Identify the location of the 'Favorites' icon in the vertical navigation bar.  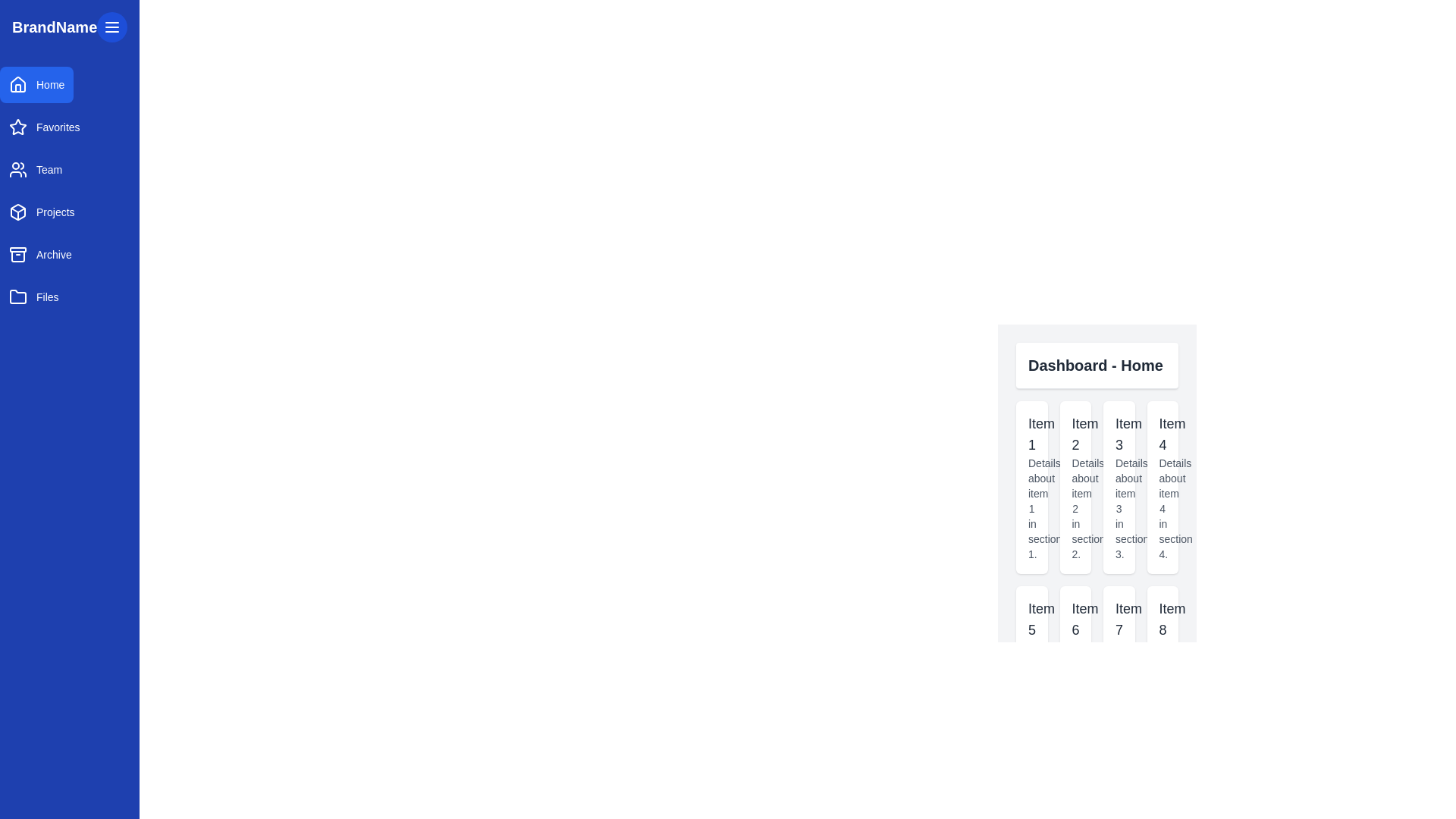
(18, 126).